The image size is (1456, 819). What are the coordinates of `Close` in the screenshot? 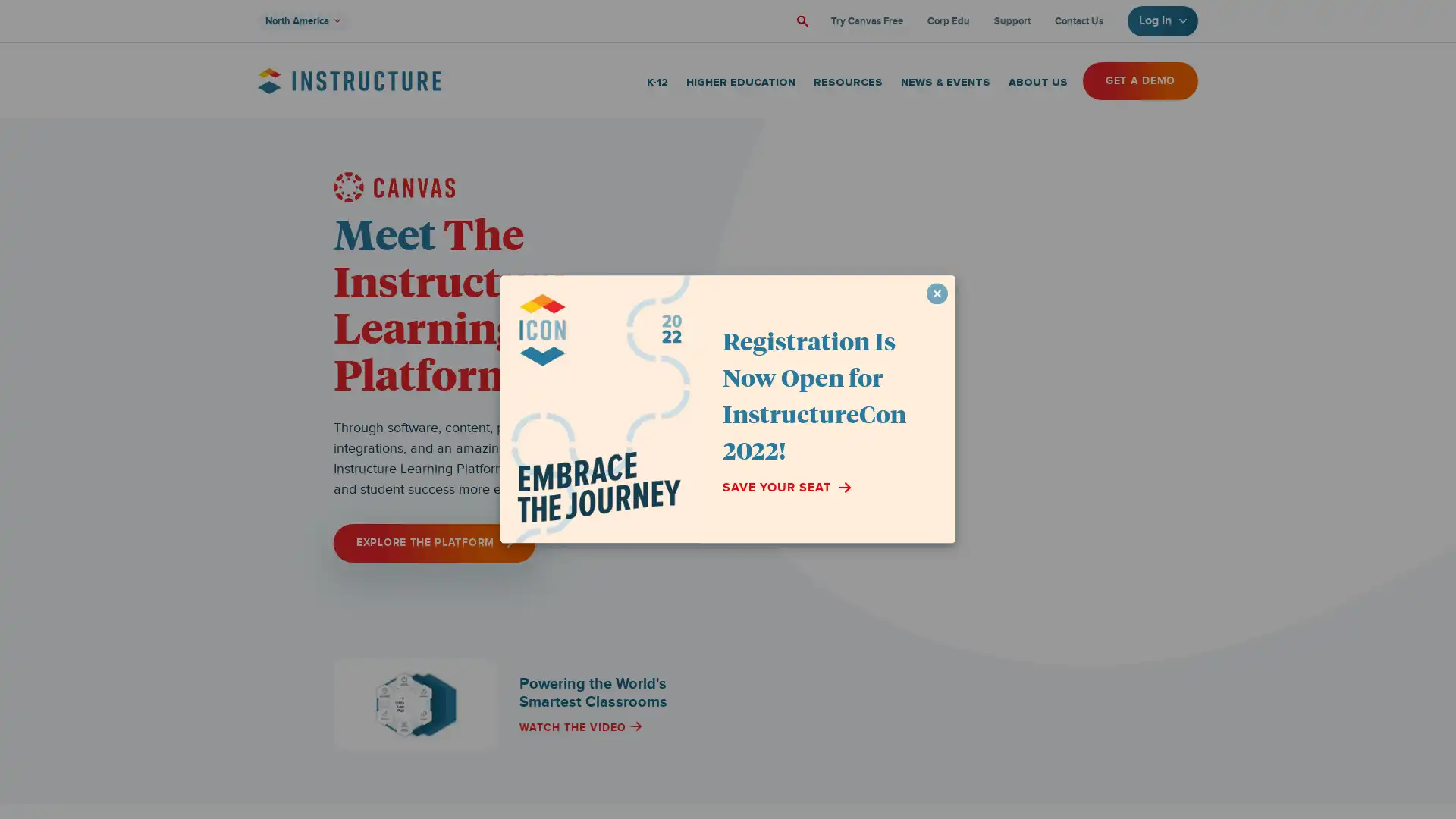 It's located at (277, 620).